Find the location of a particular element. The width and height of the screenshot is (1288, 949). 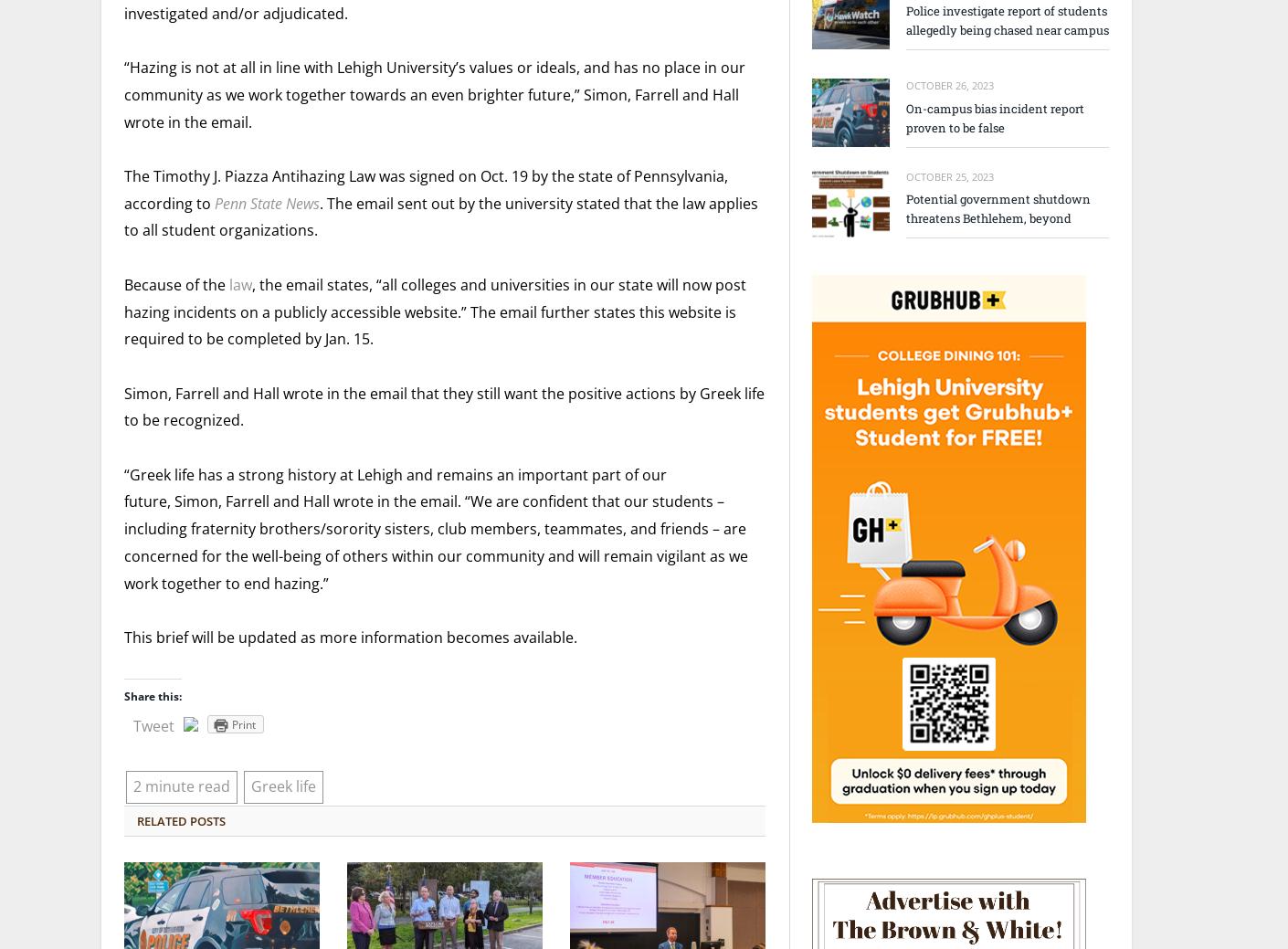

'Share this:' is located at coordinates (124, 695).